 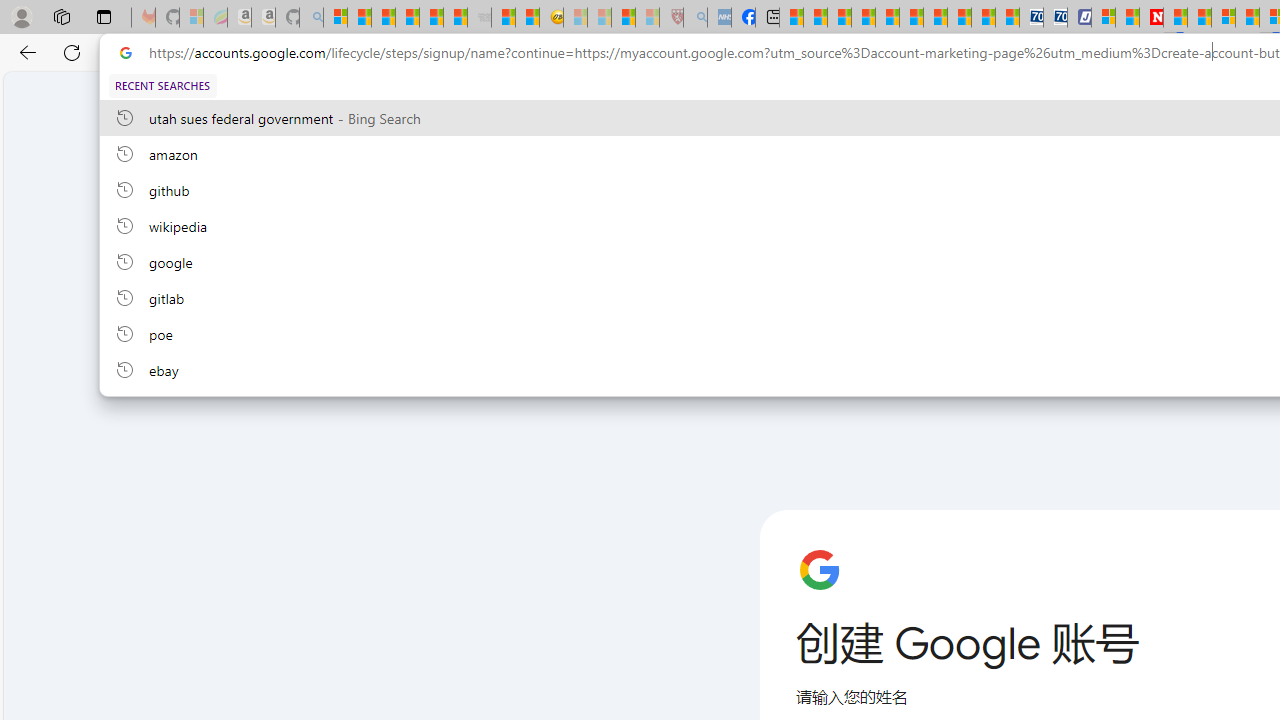 What do you see at coordinates (1199, 17) in the screenshot?
I see `'14 Common Myths Debunked By Scientific Facts'` at bounding box center [1199, 17].